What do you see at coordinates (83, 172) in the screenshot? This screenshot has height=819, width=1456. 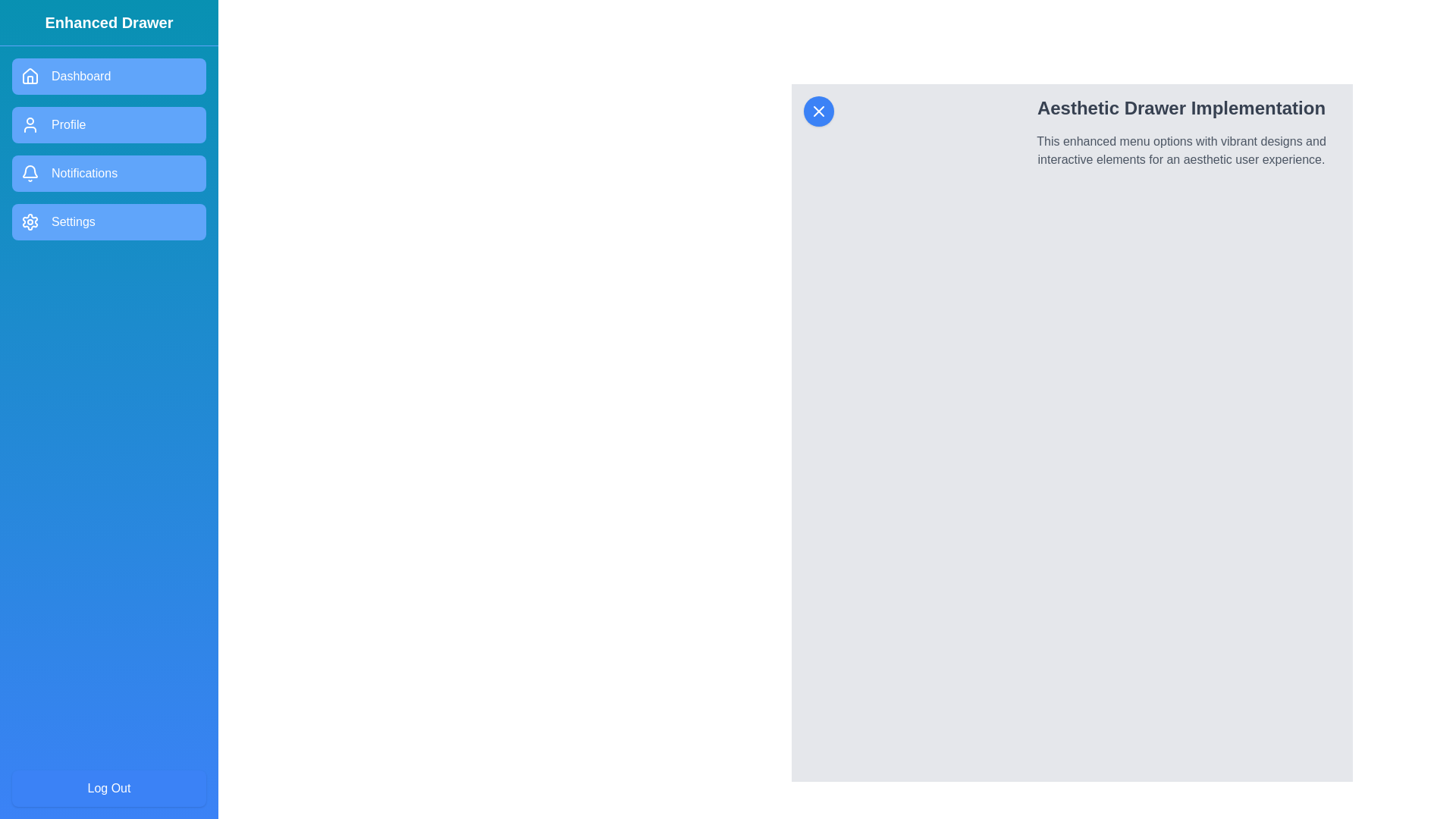 I see `the 'Notifications' text label in the sidebar menu, which displays white text against a blue background and is located third from the top` at bounding box center [83, 172].